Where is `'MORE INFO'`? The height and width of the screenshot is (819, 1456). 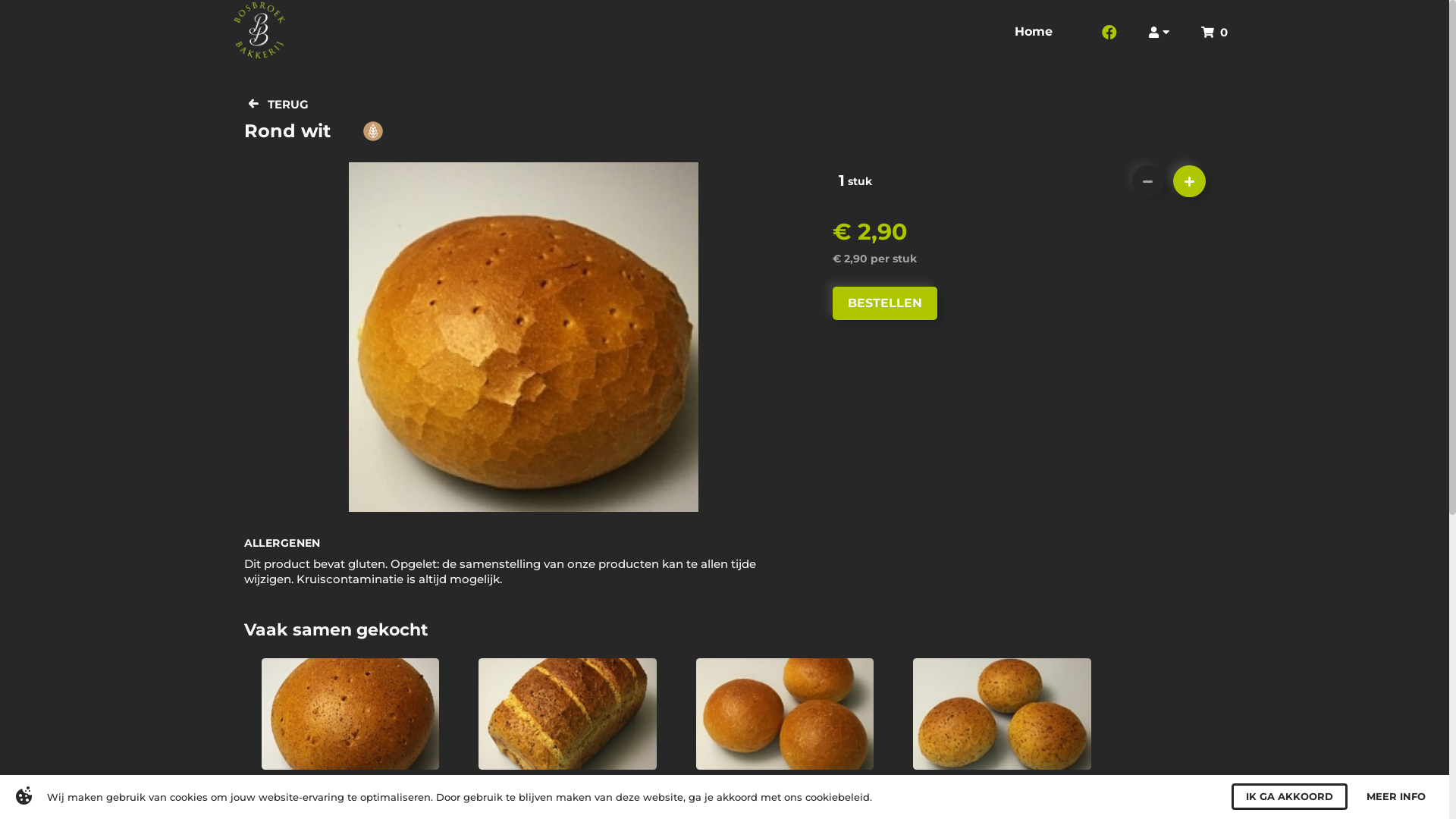
'MORE INFO' is located at coordinates (1401, 795).